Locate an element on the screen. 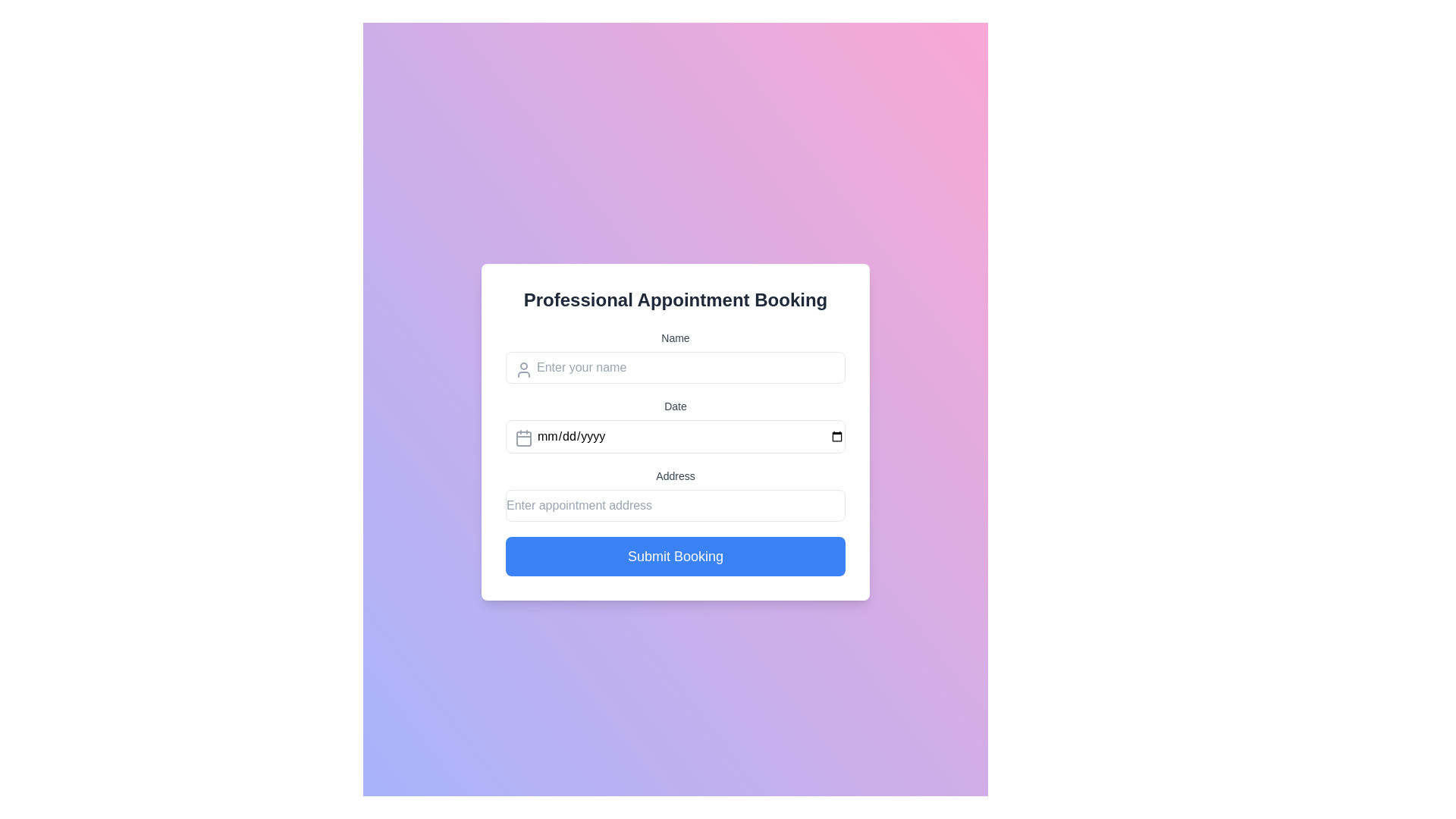 The height and width of the screenshot is (819, 1456). the text label indicating the user's name input field, which is located at the top section of the form and is centered above the input box is located at coordinates (675, 337).